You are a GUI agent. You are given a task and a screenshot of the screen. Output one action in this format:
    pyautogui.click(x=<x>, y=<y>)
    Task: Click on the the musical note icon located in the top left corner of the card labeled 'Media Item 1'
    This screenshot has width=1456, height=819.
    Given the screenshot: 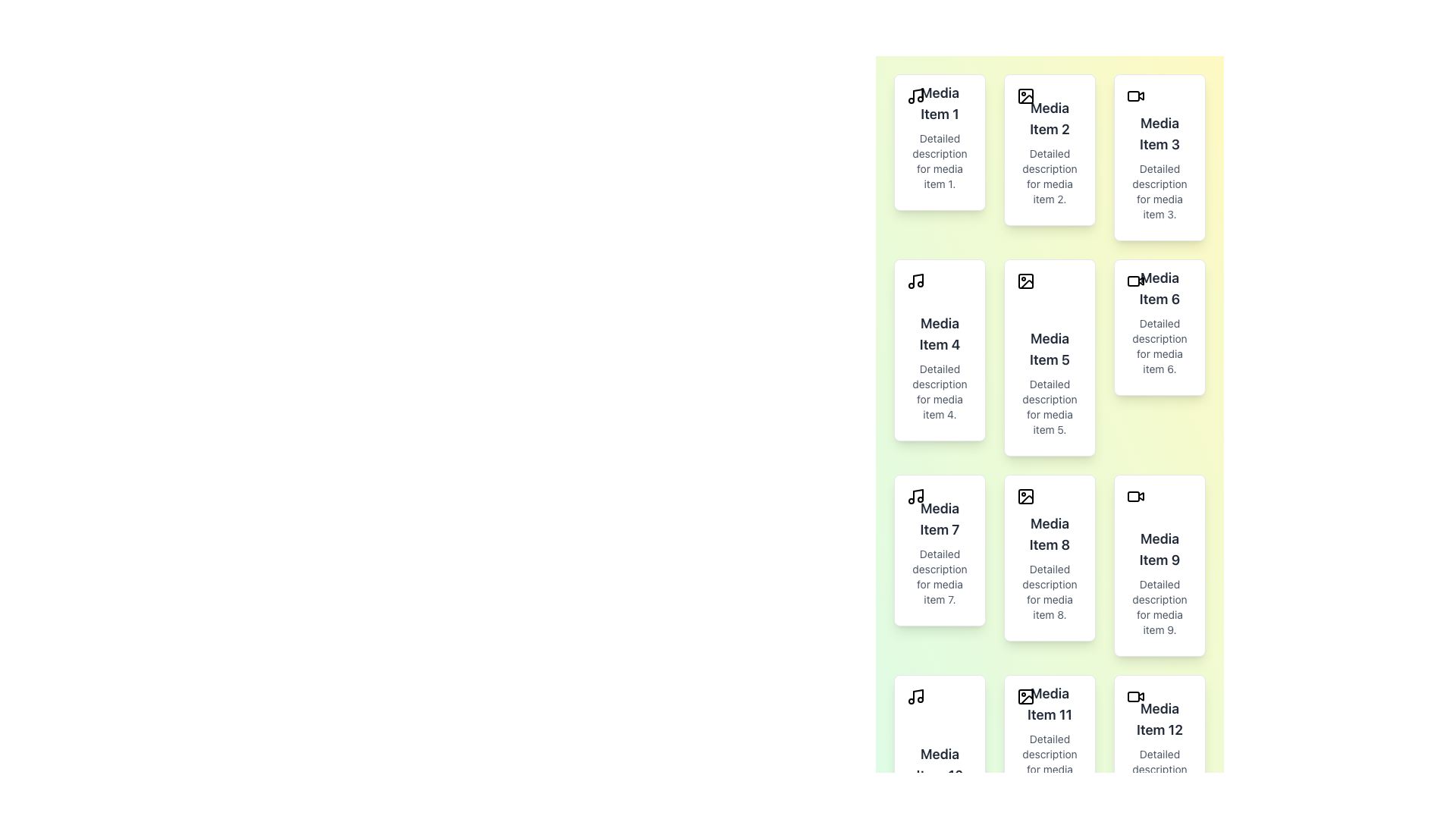 What is the action you would take?
    pyautogui.click(x=915, y=96)
    